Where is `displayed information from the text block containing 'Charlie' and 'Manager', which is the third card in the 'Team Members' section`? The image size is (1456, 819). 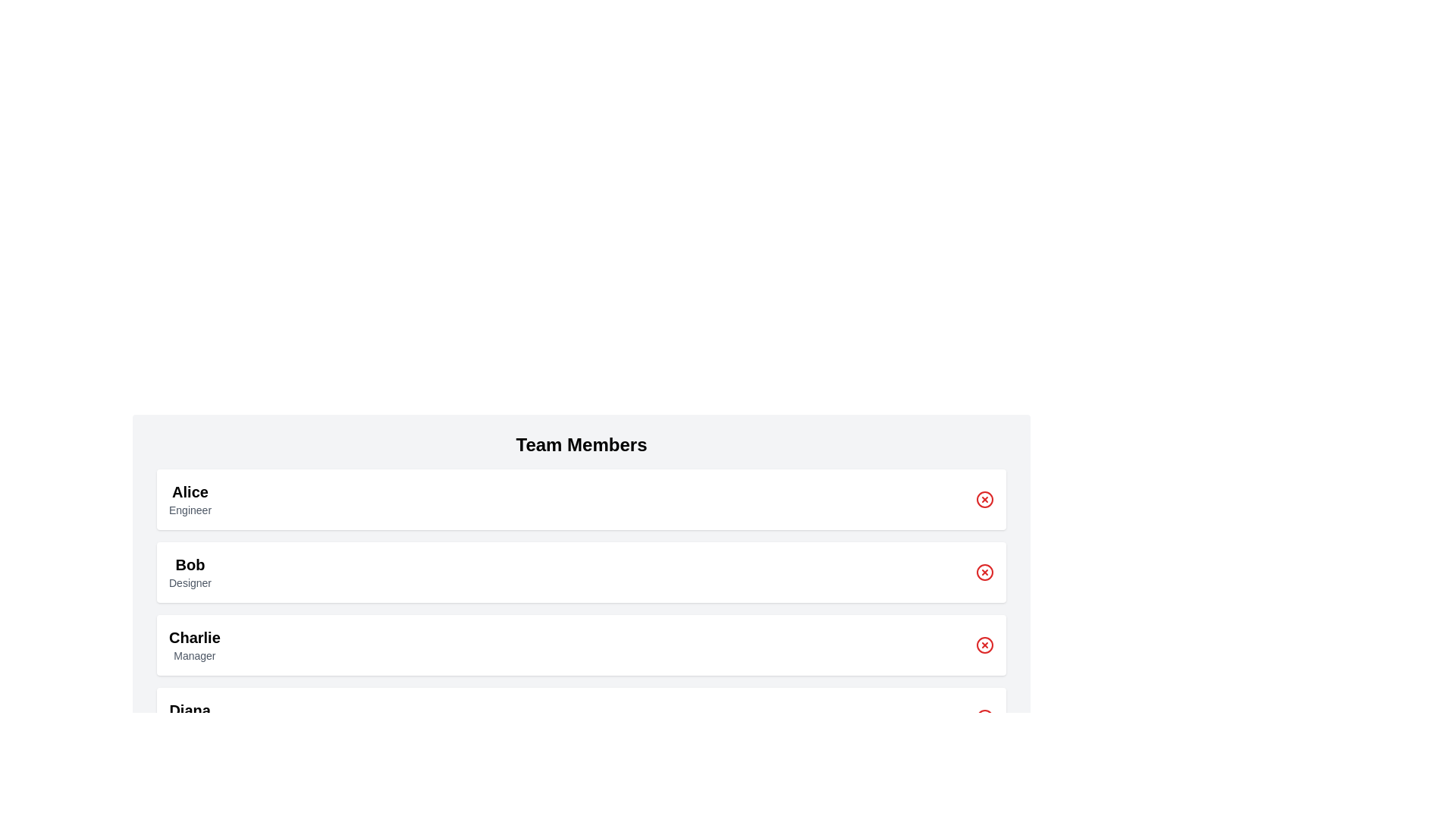
displayed information from the text block containing 'Charlie' and 'Manager', which is the third card in the 'Team Members' section is located at coordinates (193, 645).